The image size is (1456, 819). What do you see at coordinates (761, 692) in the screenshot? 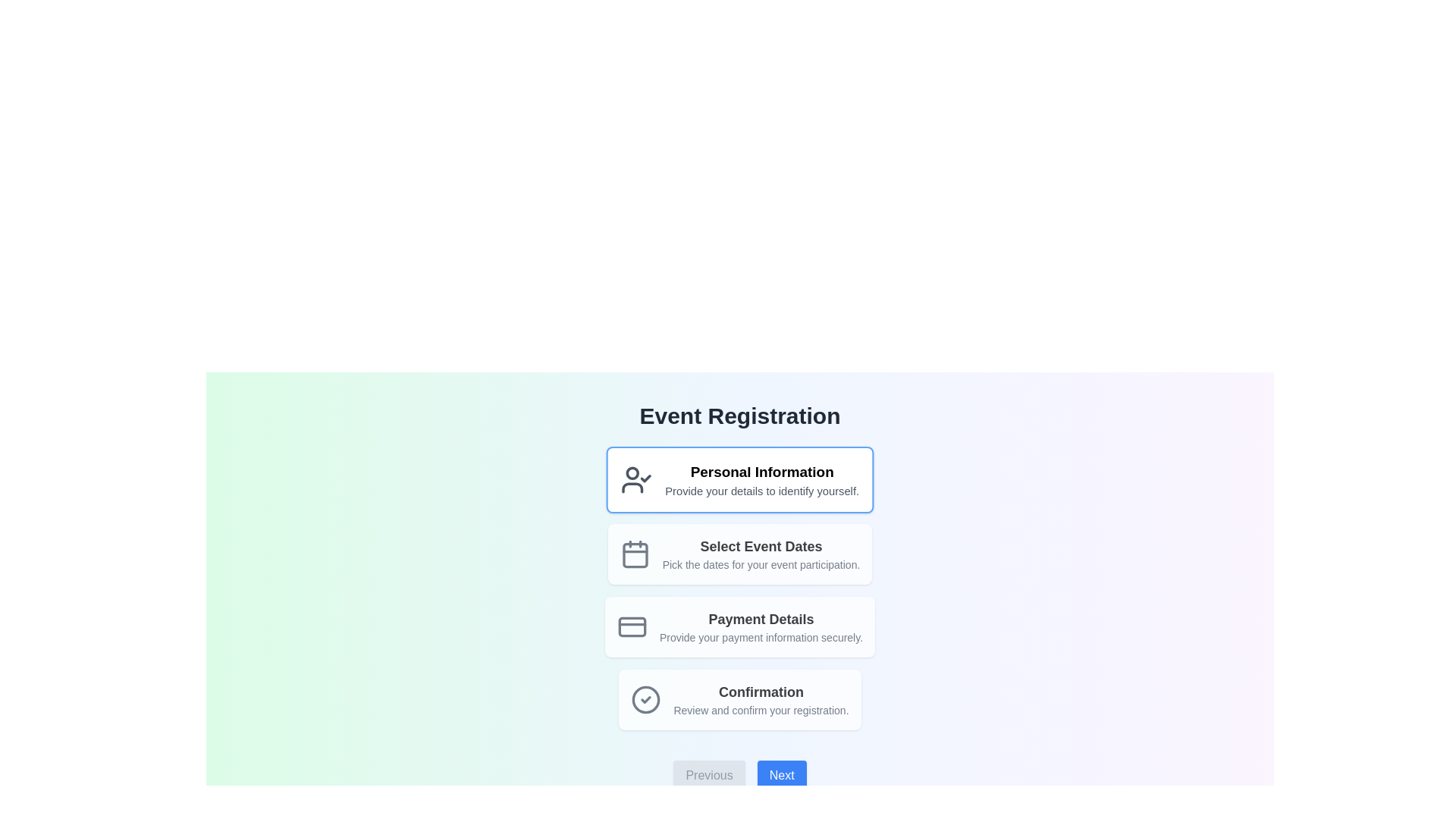
I see `the text label styled in bold font that displays 'Confirmation', located at the bottom-most button-like section of the event registration interface` at bounding box center [761, 692].